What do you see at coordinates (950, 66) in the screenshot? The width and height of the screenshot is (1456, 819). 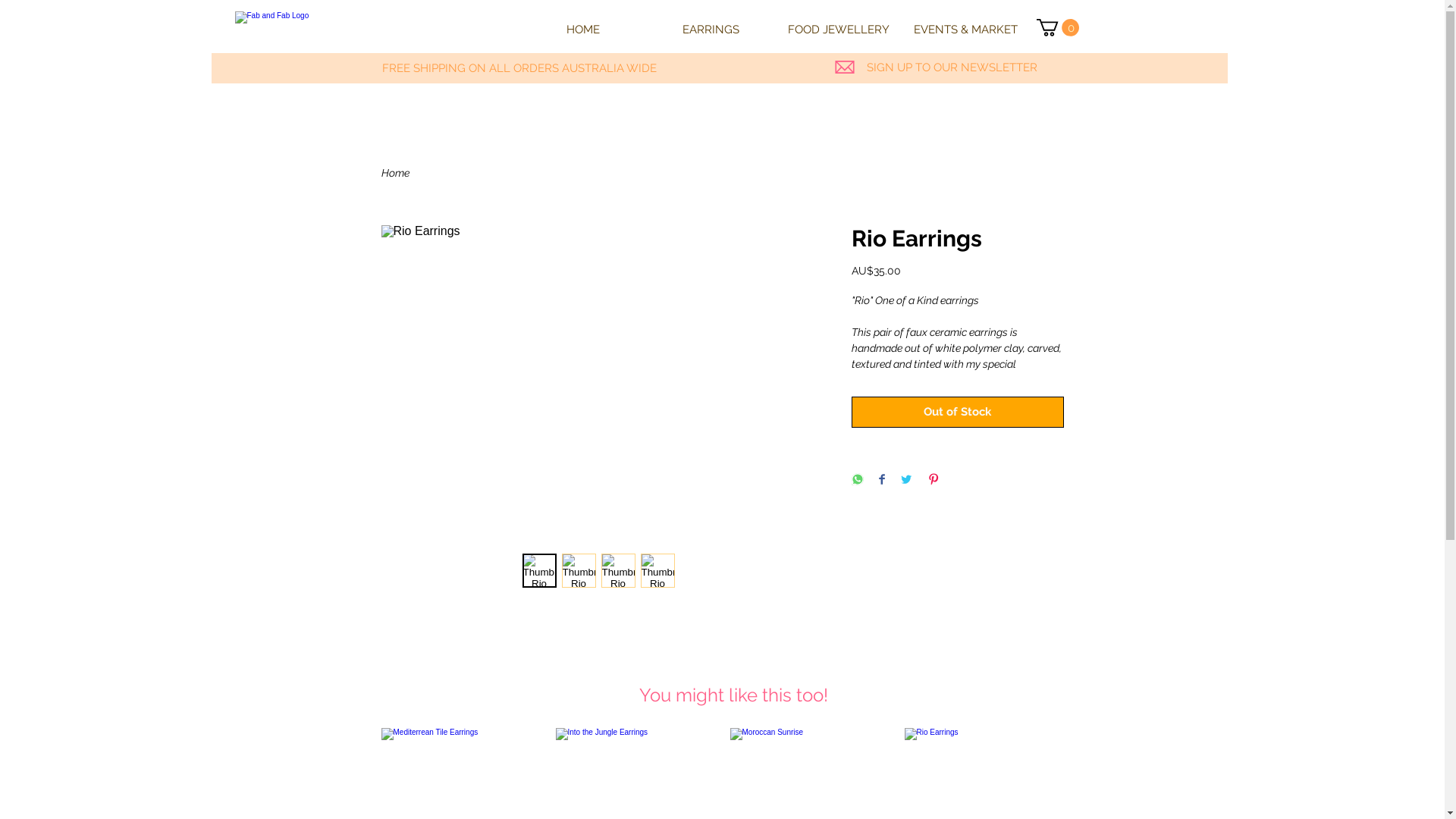 I see `'SIGN UP TO OUR NEWSLETTER'` at bounding box center [950, 66].